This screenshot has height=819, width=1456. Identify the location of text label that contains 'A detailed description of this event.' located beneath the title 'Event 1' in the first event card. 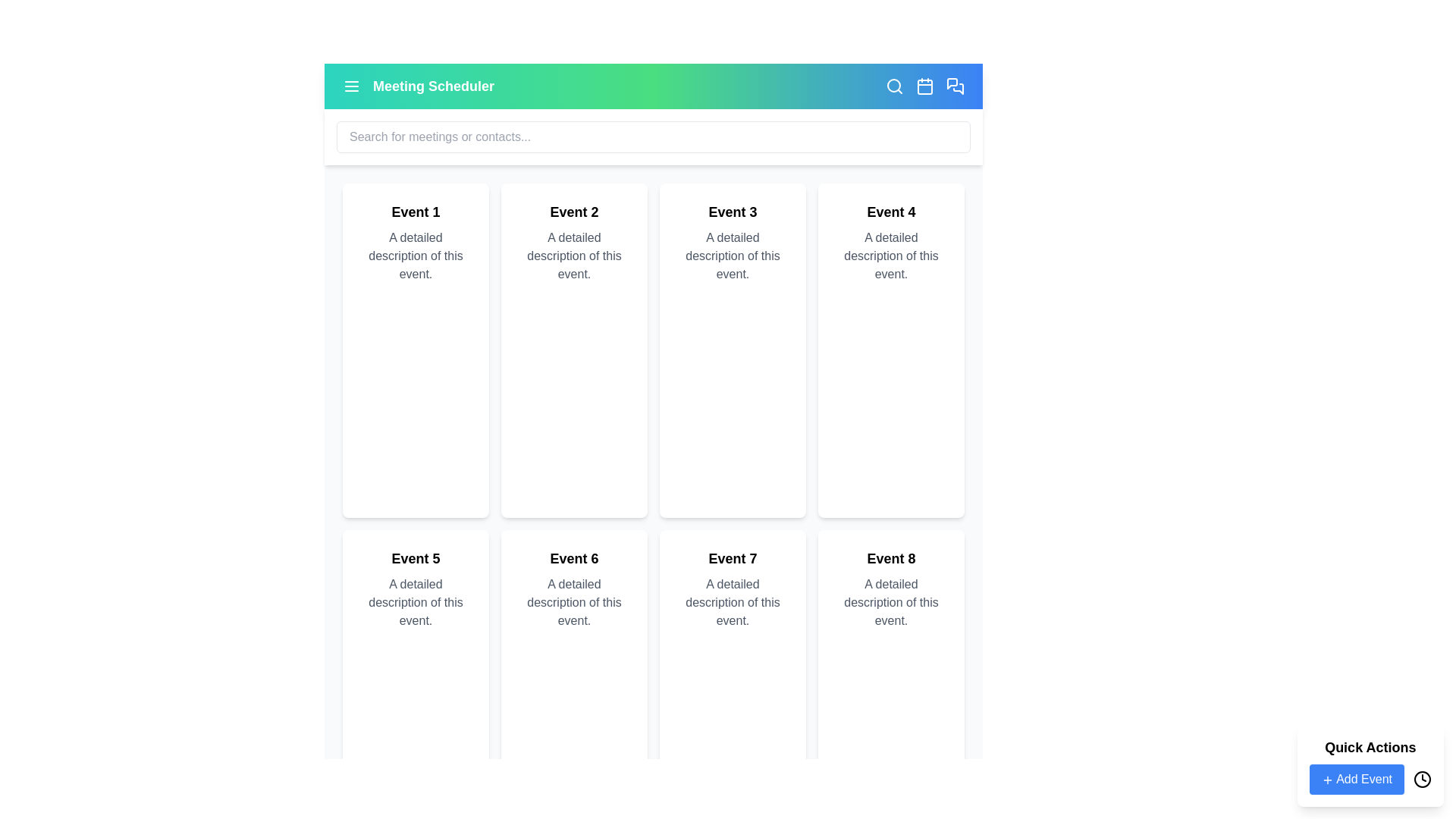
(416, 256).